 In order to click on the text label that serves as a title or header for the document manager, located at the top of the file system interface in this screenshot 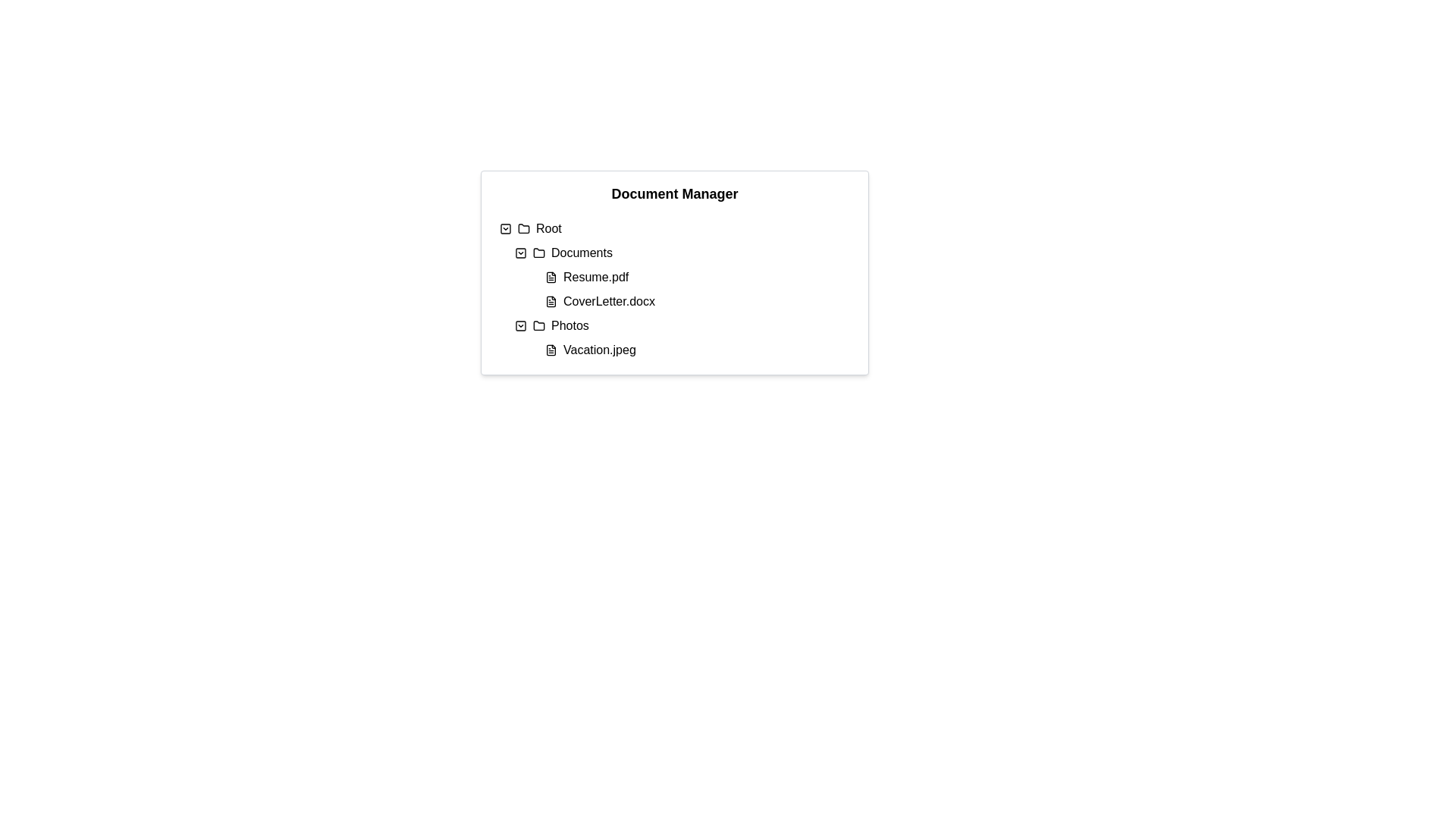, I will do `click(673, 193)`.